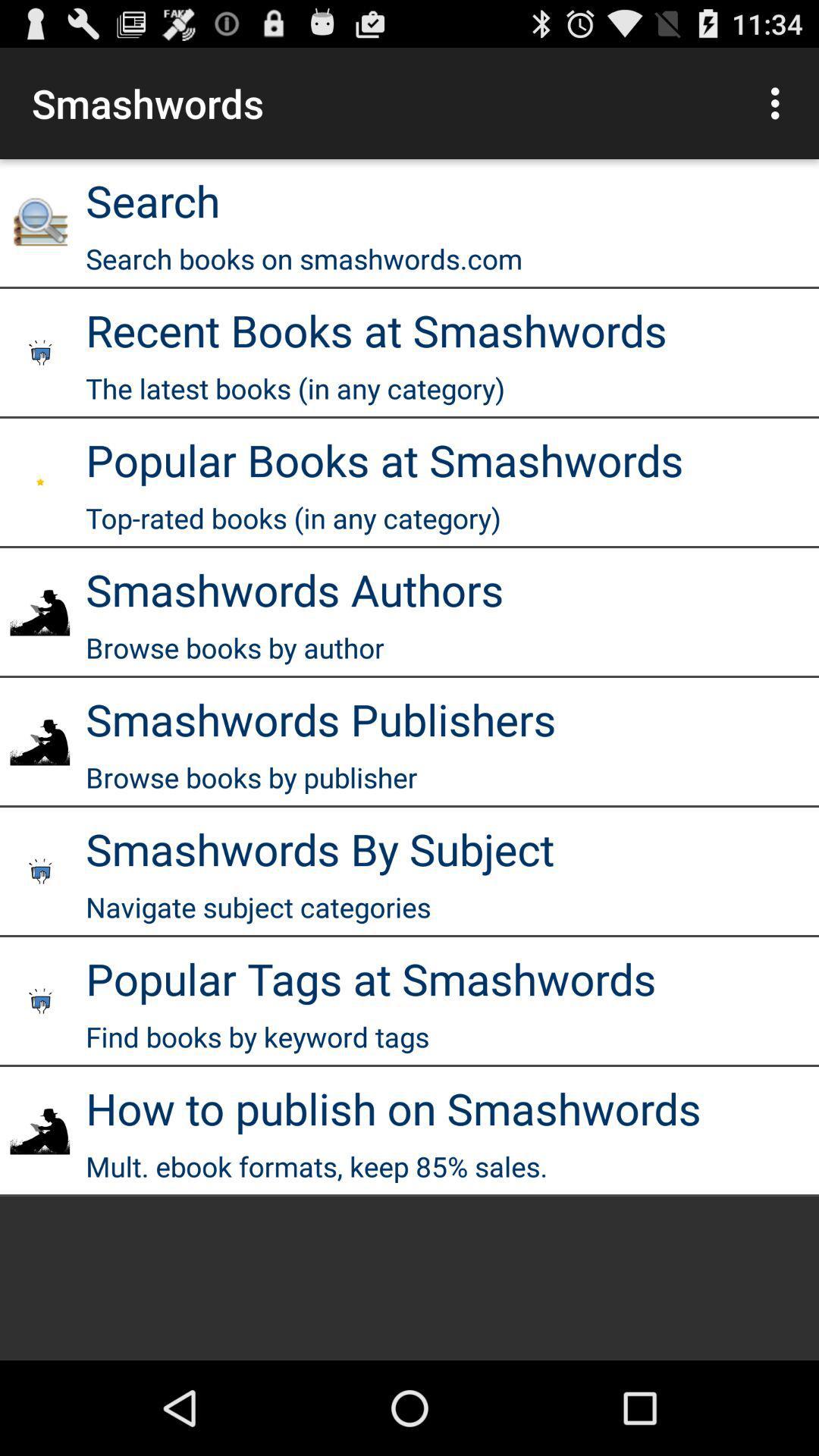 This screenshot has width=819, height=1456. What do you see at coordinates (257, 907) in the screenshot?
I see `icon above the popular tags at icon` at bounding box center [257, 907].